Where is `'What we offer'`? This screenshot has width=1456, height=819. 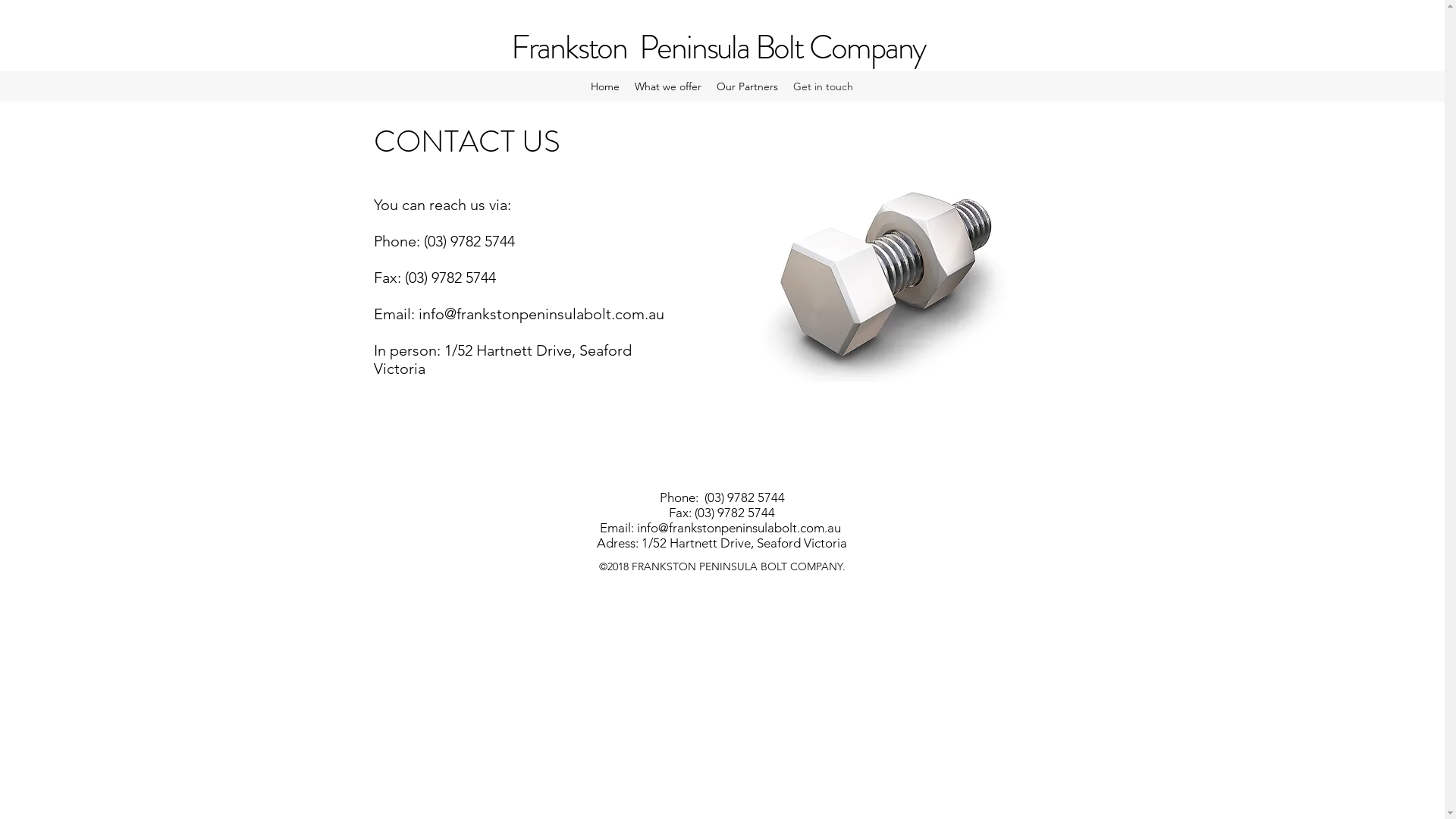
'What we offer' is located at coordinates (667, 86).